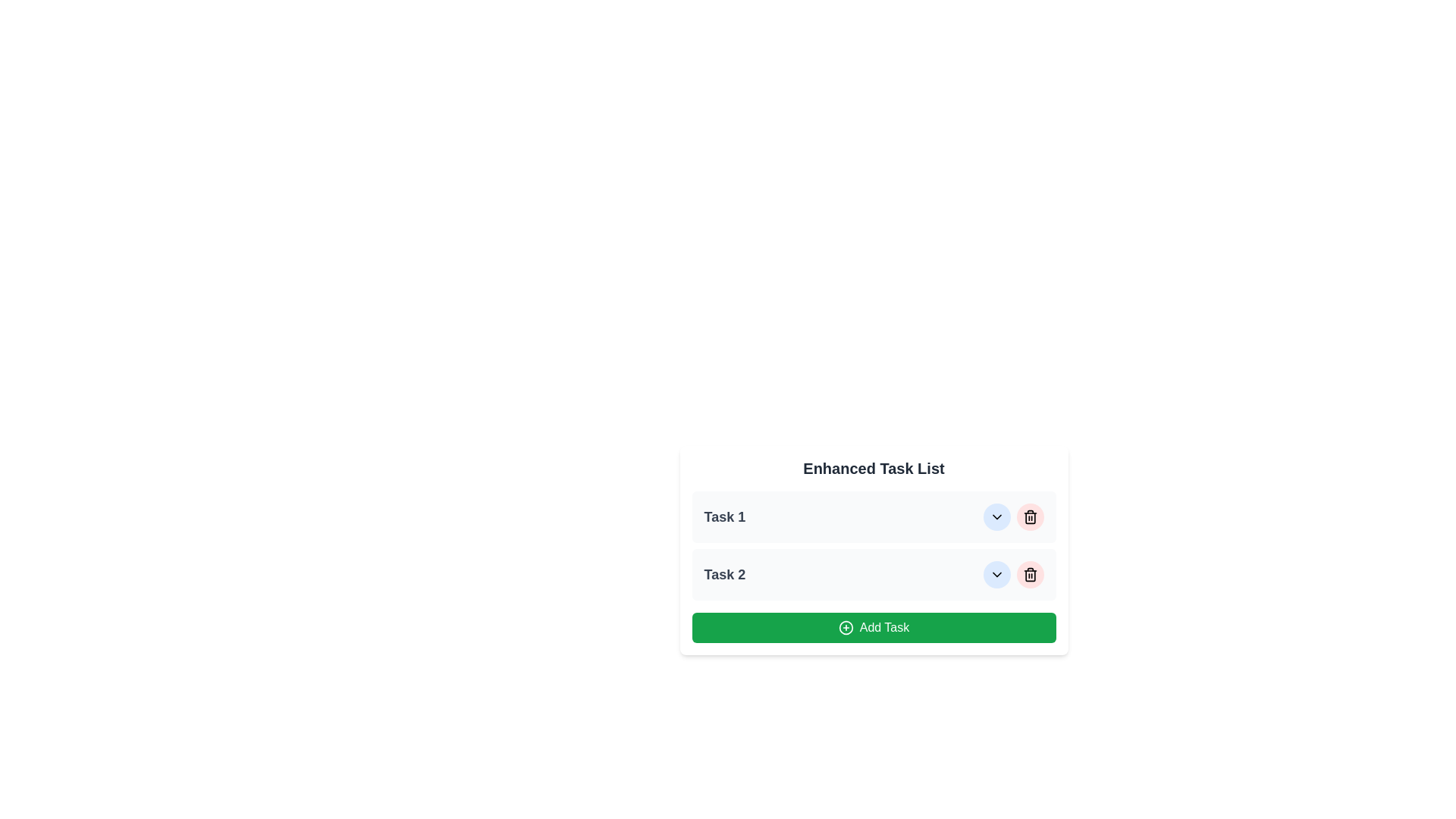 The width and height of the screenshot is (1456, 819). I want to click on the Icon button with a circular background located to the right of 'Task 2', so click(996, 575).